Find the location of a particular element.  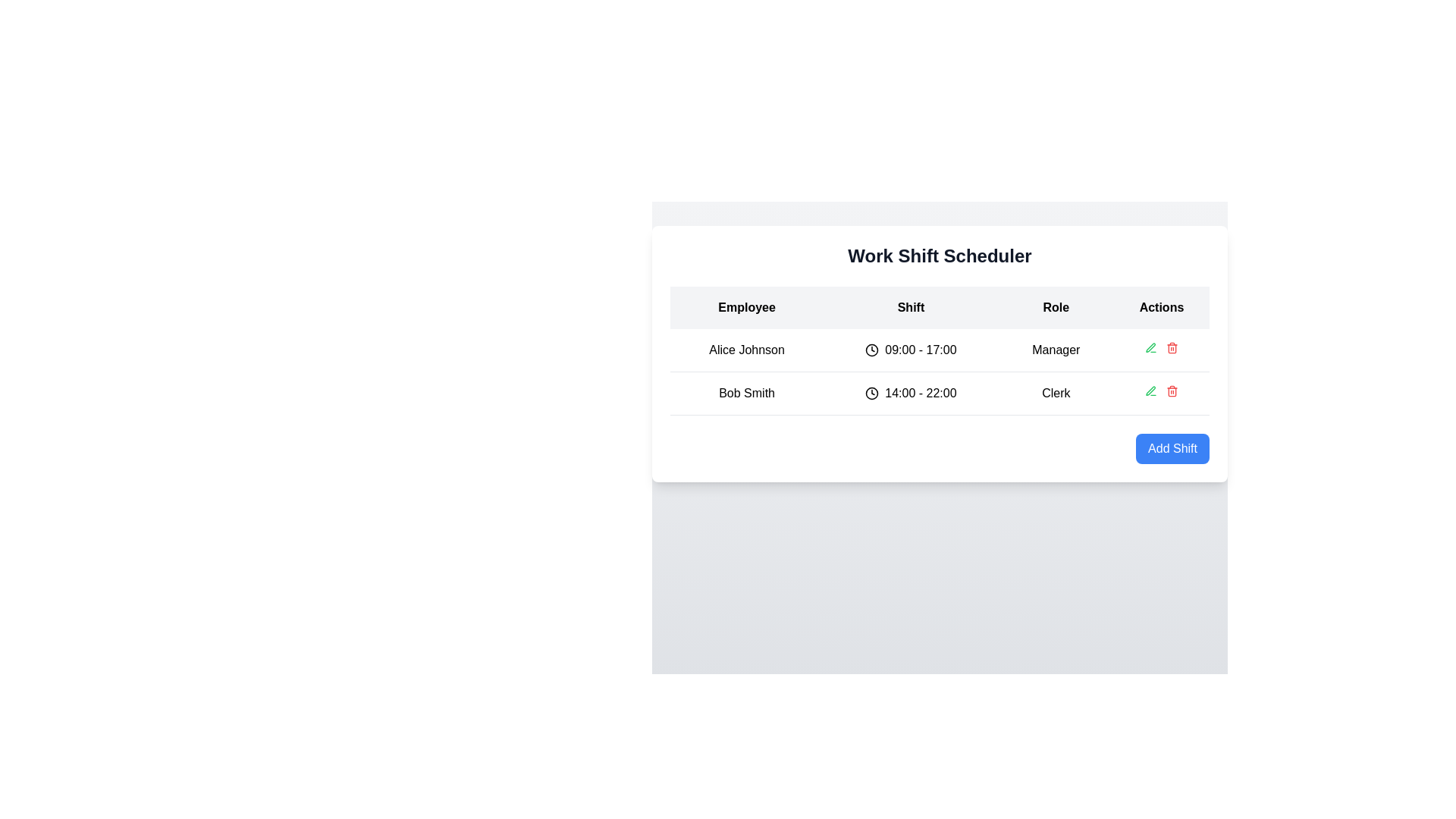

the static text displaying 'Manager' in the 'Role' column for 'Alice Johnson' within the tabular interface is located at coordinates (1055, 350).